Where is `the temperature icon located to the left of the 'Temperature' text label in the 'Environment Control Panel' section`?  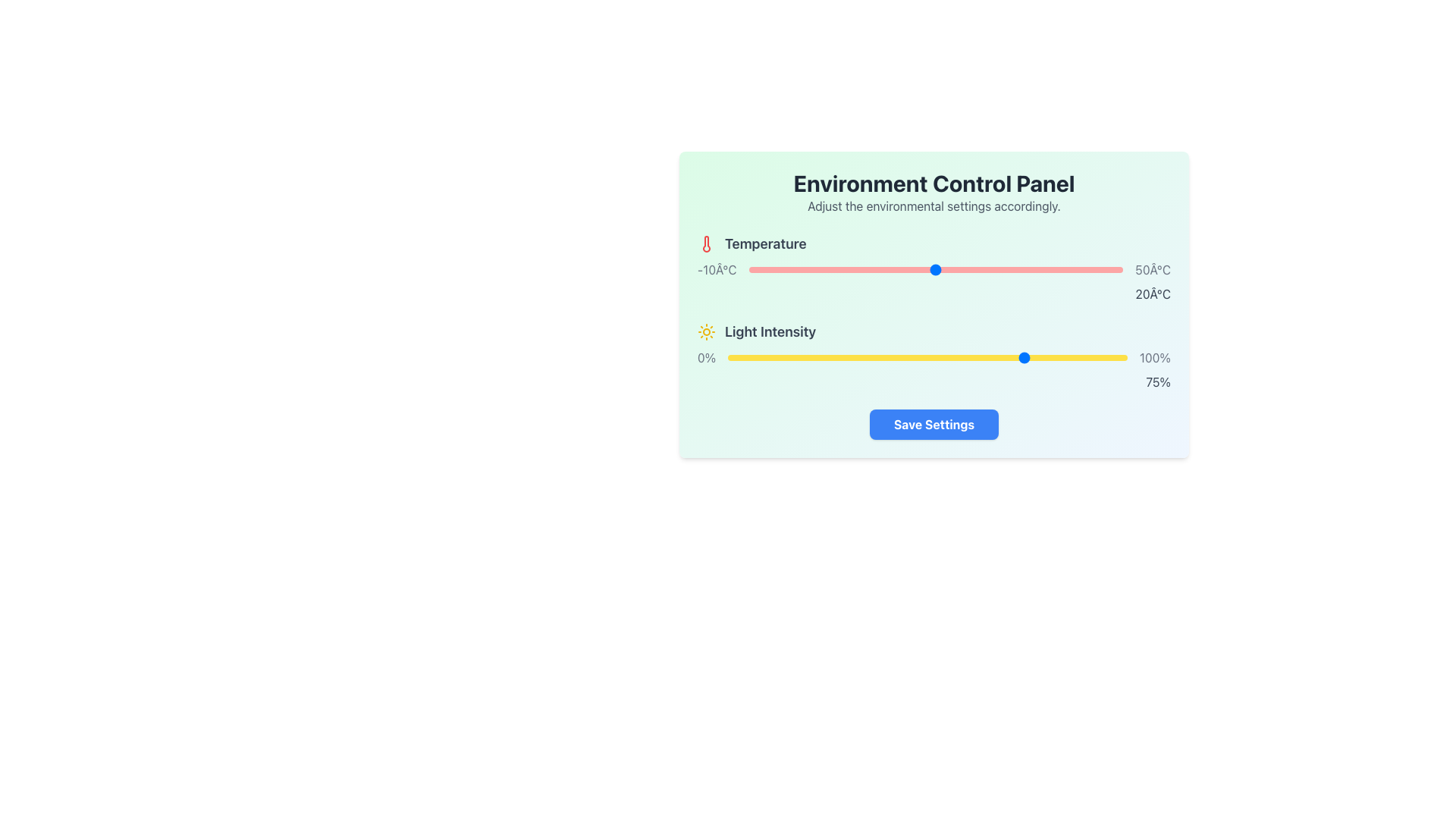
the temperature icon located to the left of the 'Temperature' text label in the 'Environment Control Panel' section is located at coordinates (705, 243).